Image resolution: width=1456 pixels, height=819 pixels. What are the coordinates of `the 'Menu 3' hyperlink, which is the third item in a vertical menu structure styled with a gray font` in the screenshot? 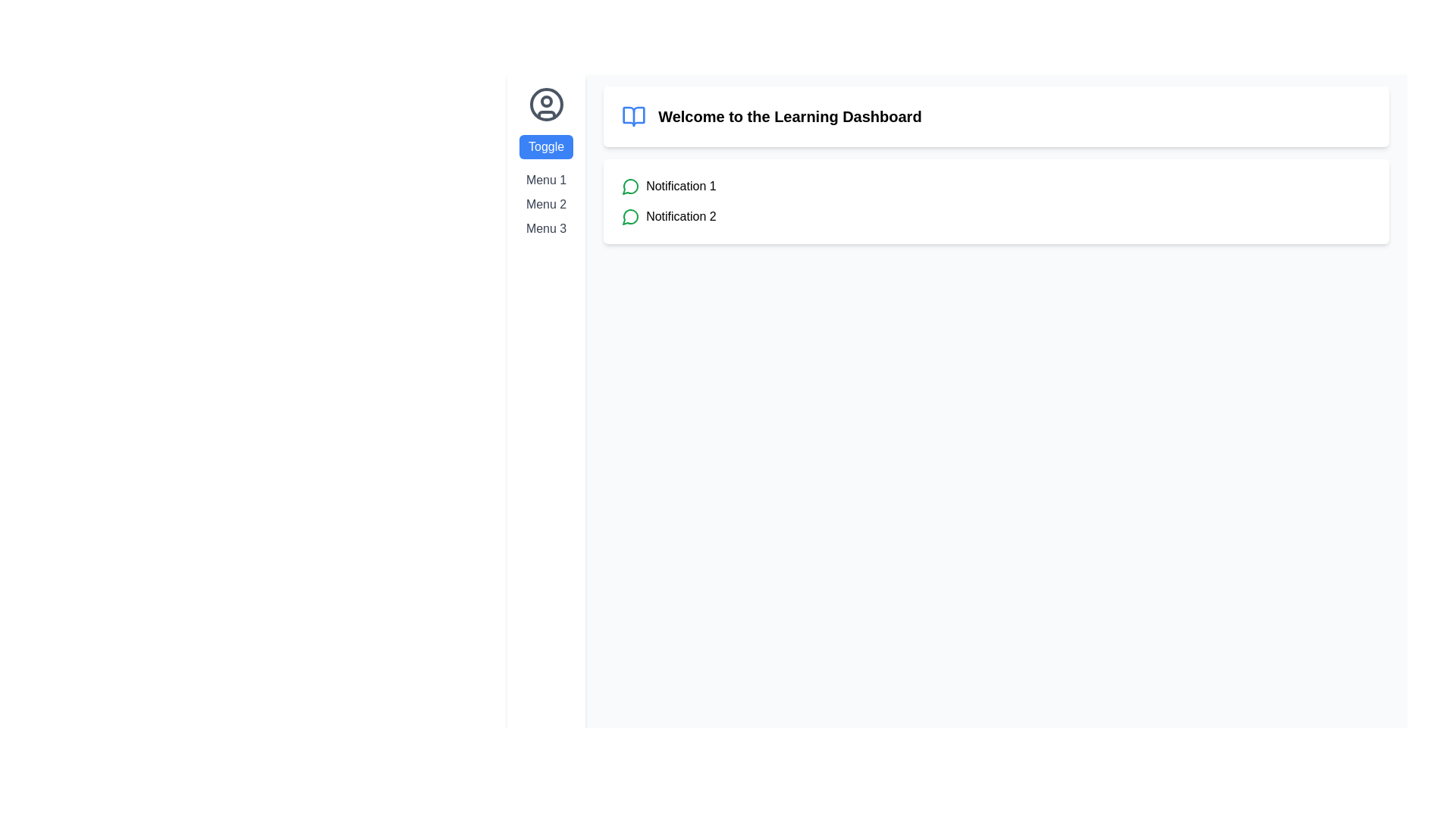 It's located at (546, 228).